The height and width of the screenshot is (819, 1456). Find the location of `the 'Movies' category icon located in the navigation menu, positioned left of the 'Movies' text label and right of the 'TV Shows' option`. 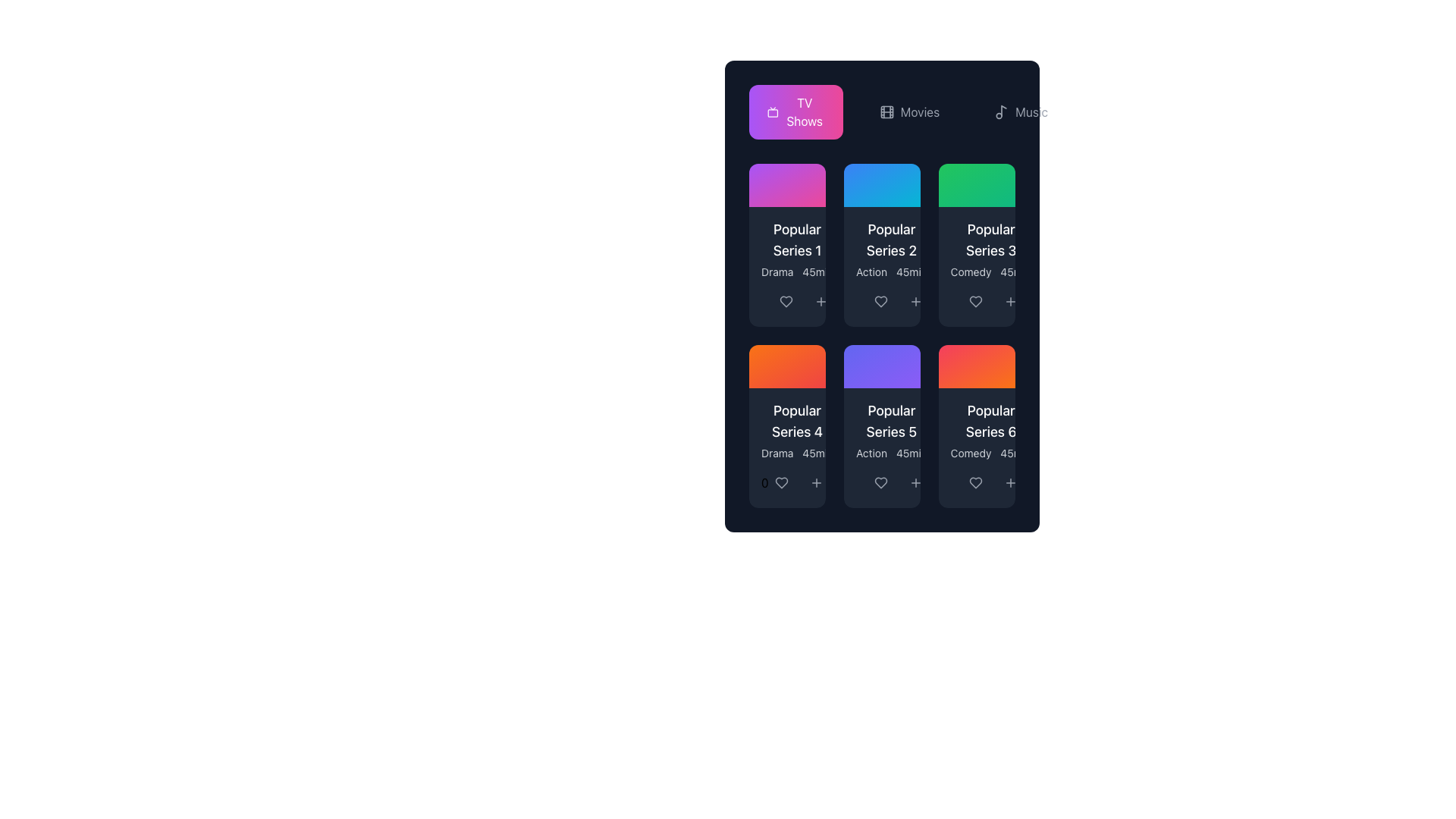

the 'Movies' category icon located in the navigation menu, positioned left of the 'Movies' text label and right of the 'TV Shows' option is located at coordinates (886, 111).